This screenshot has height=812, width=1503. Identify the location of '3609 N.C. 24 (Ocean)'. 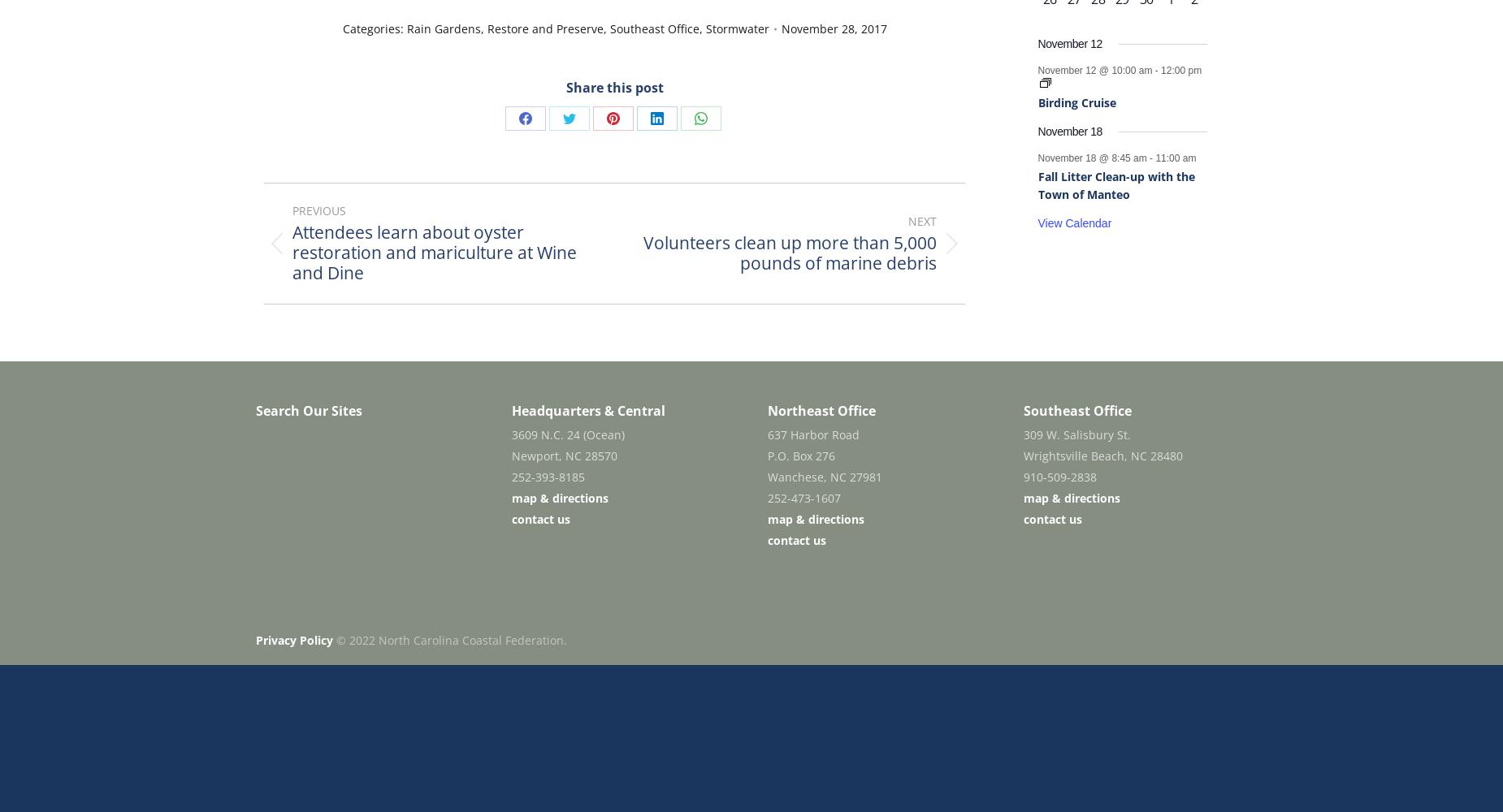
(568, 434).